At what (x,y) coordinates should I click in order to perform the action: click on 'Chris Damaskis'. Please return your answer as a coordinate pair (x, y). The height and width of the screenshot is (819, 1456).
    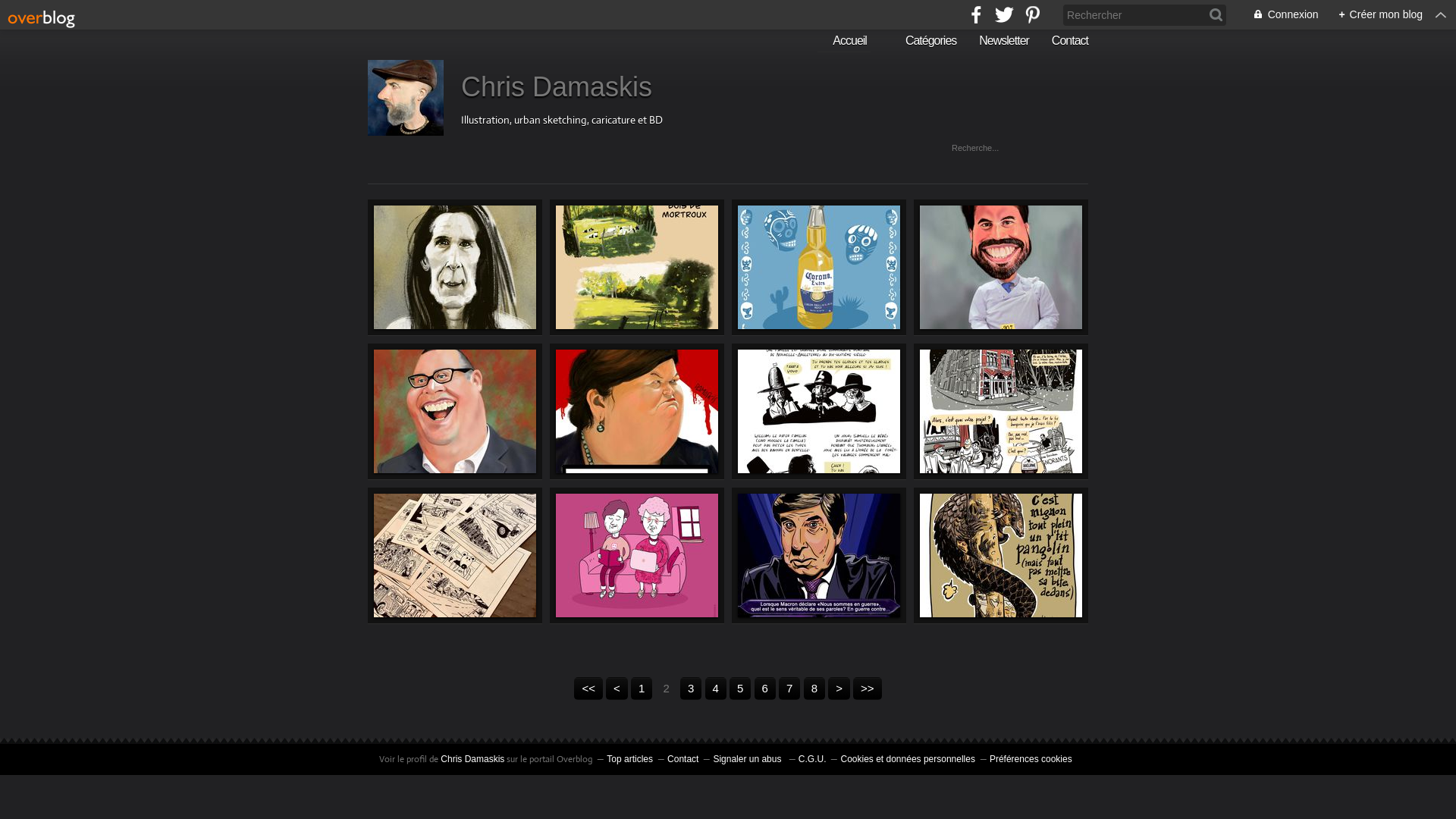
    Looking at the image, I should click on (472, 759).